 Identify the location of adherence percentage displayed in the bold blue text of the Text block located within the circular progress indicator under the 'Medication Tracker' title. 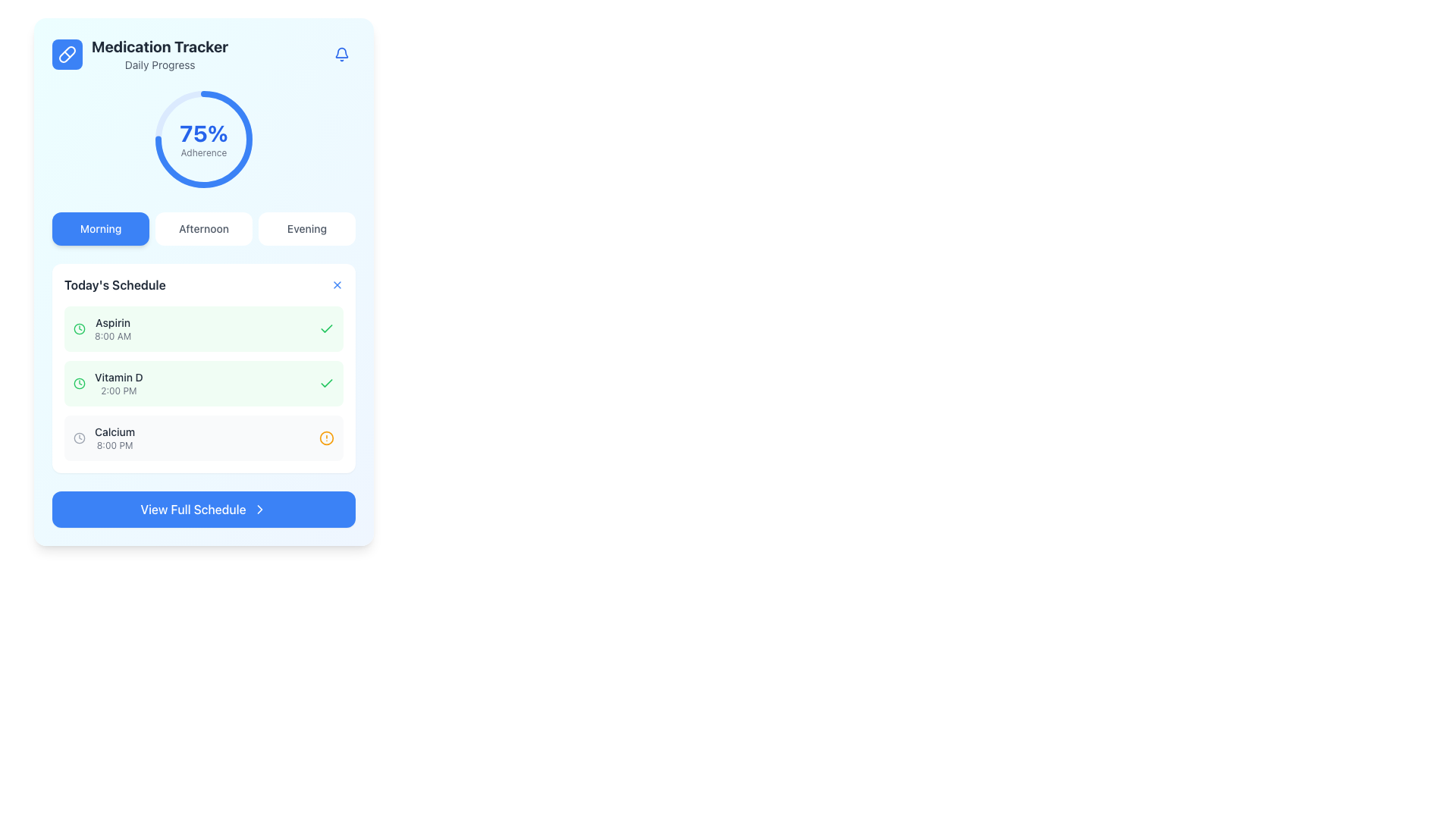
(202, 140).